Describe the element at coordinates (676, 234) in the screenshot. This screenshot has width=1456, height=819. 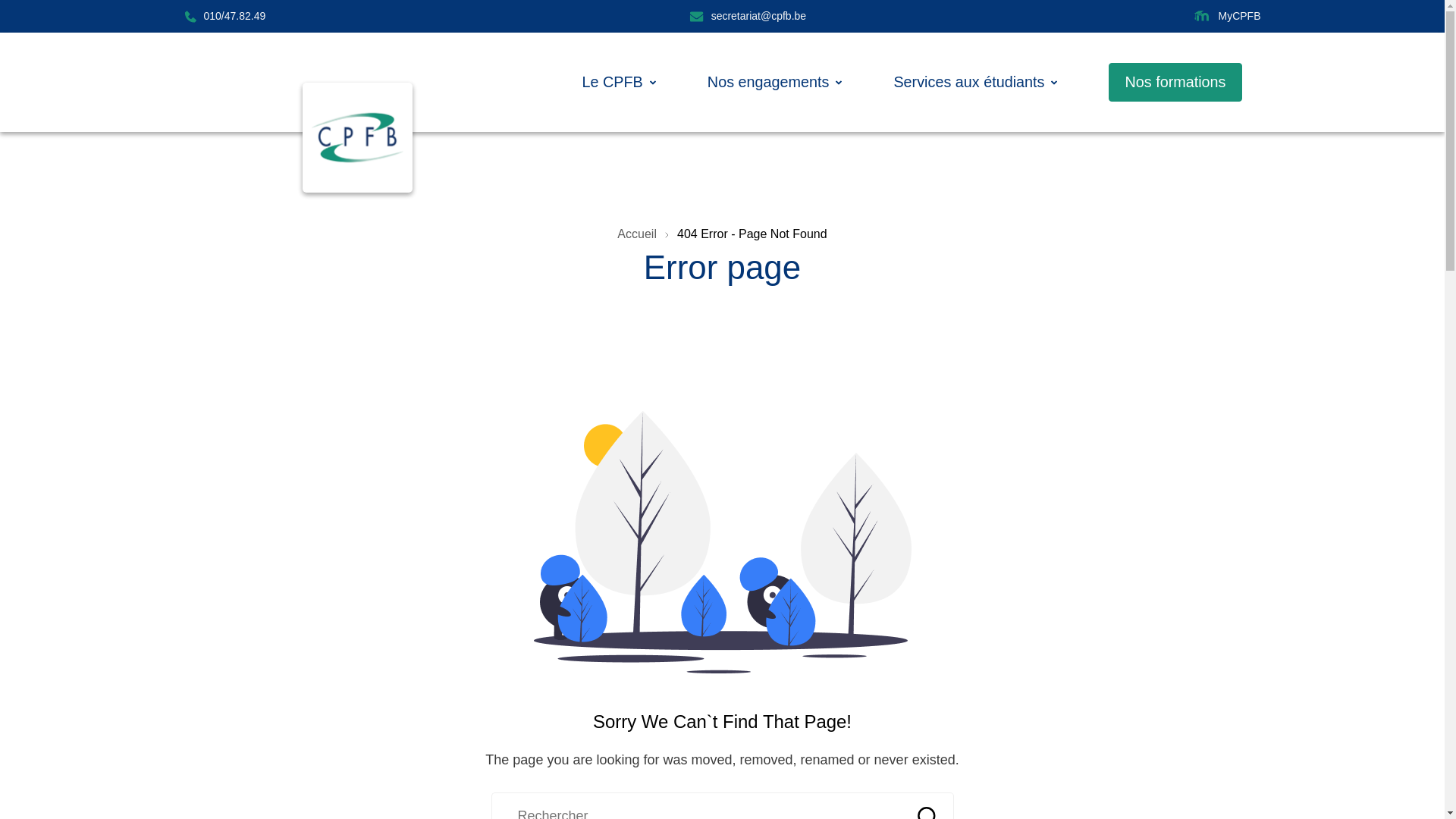
I see `'404 Error - Page Not Found'` at that location.